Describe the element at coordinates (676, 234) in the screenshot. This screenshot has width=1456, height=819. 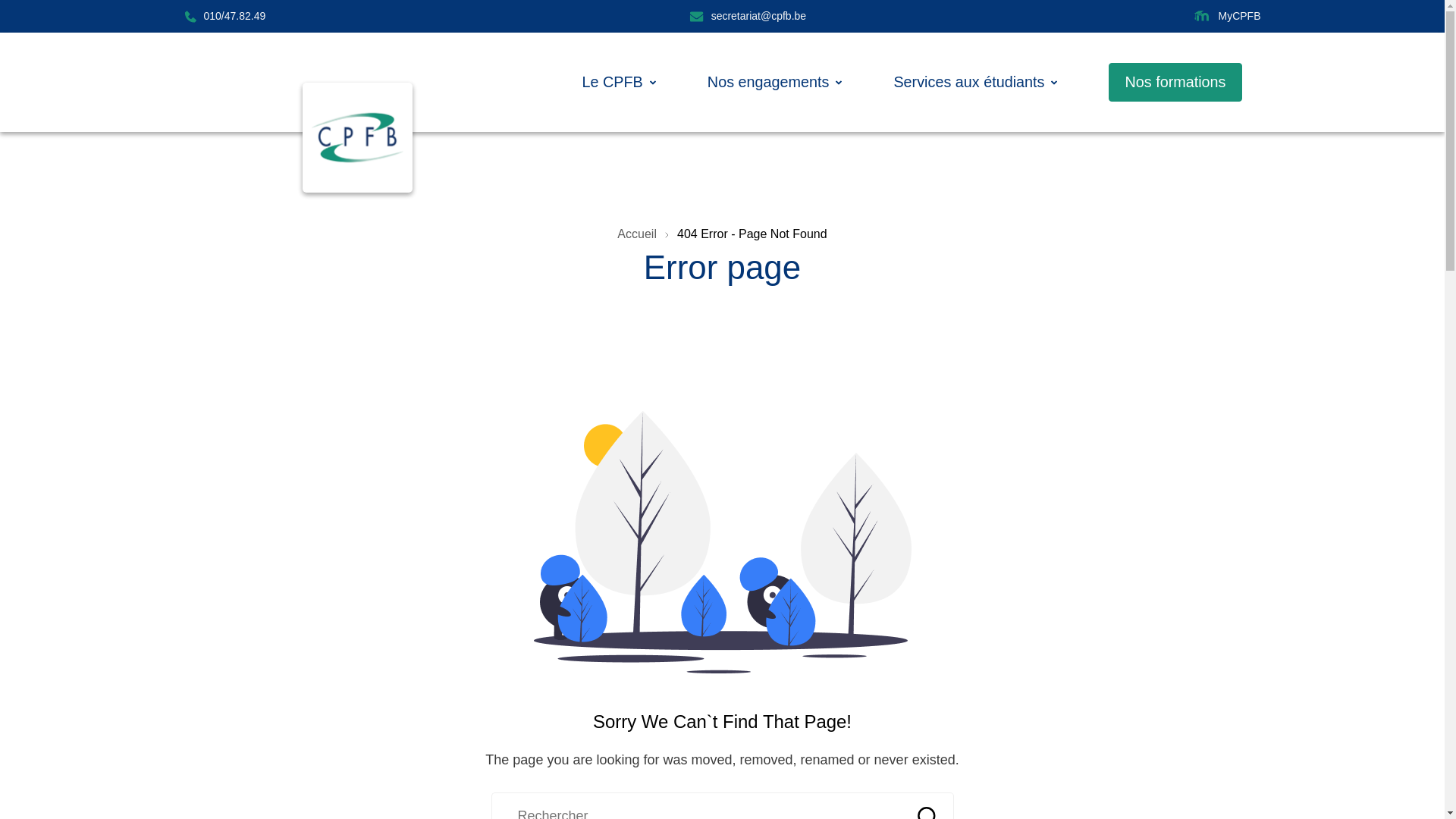
I see `'404 Error - Page Not Found'` at that location.